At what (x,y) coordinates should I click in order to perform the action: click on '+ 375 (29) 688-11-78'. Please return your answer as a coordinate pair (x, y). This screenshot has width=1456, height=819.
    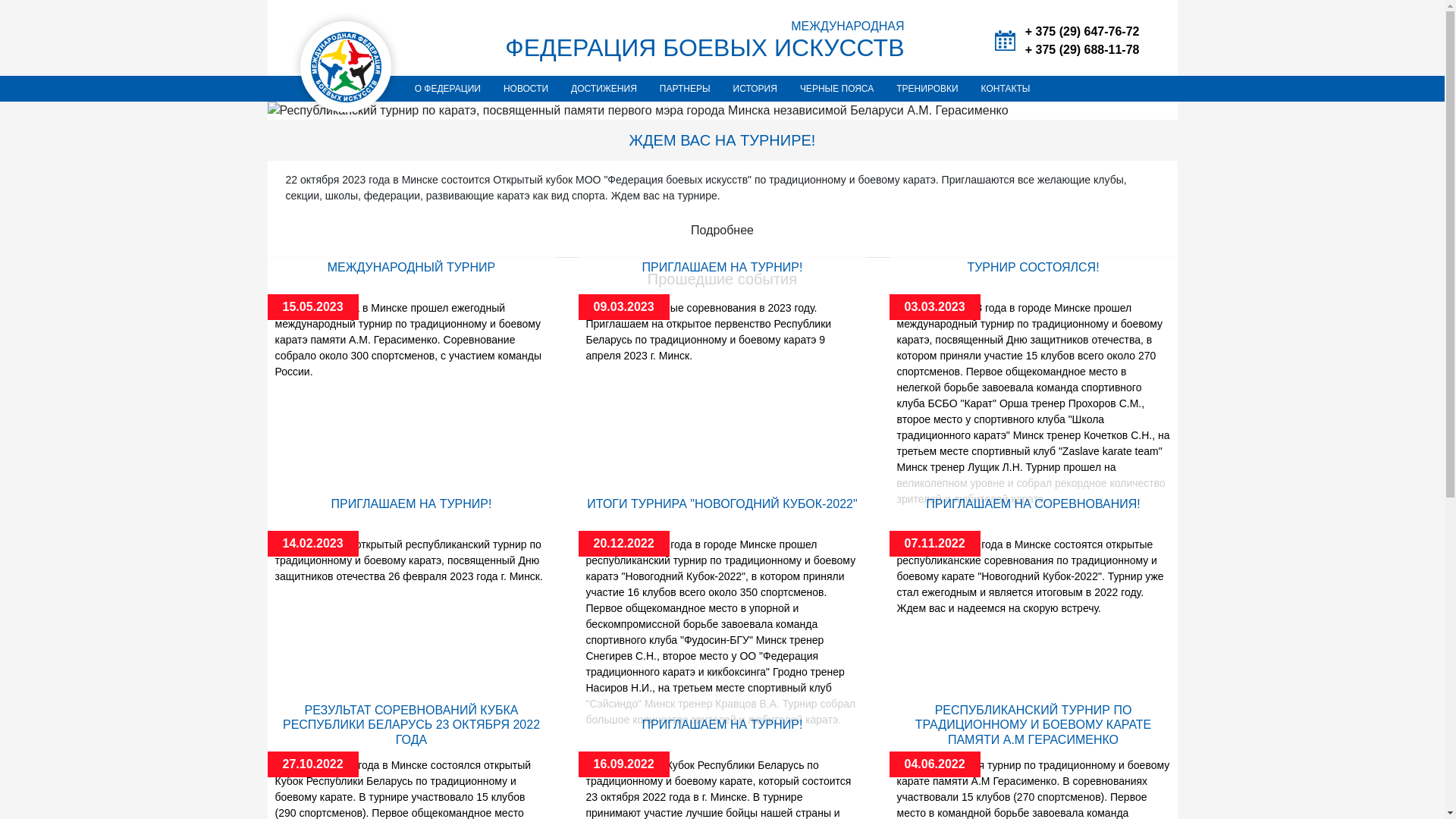
    Looking at the image, I should click on (1025, 49).